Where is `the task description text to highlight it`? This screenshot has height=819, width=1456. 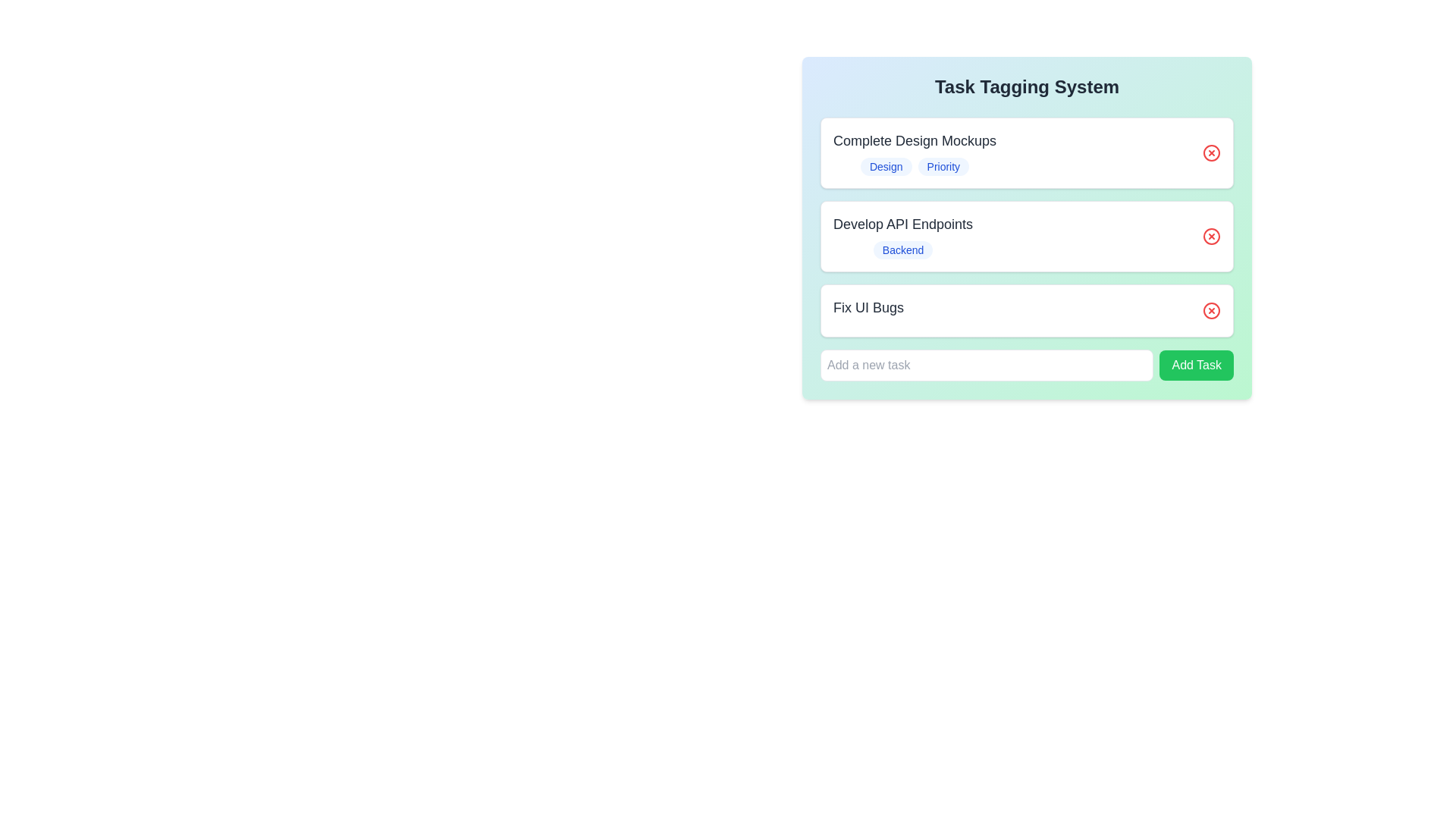
the task description text to highlight it is located at coordinates (914, 140).